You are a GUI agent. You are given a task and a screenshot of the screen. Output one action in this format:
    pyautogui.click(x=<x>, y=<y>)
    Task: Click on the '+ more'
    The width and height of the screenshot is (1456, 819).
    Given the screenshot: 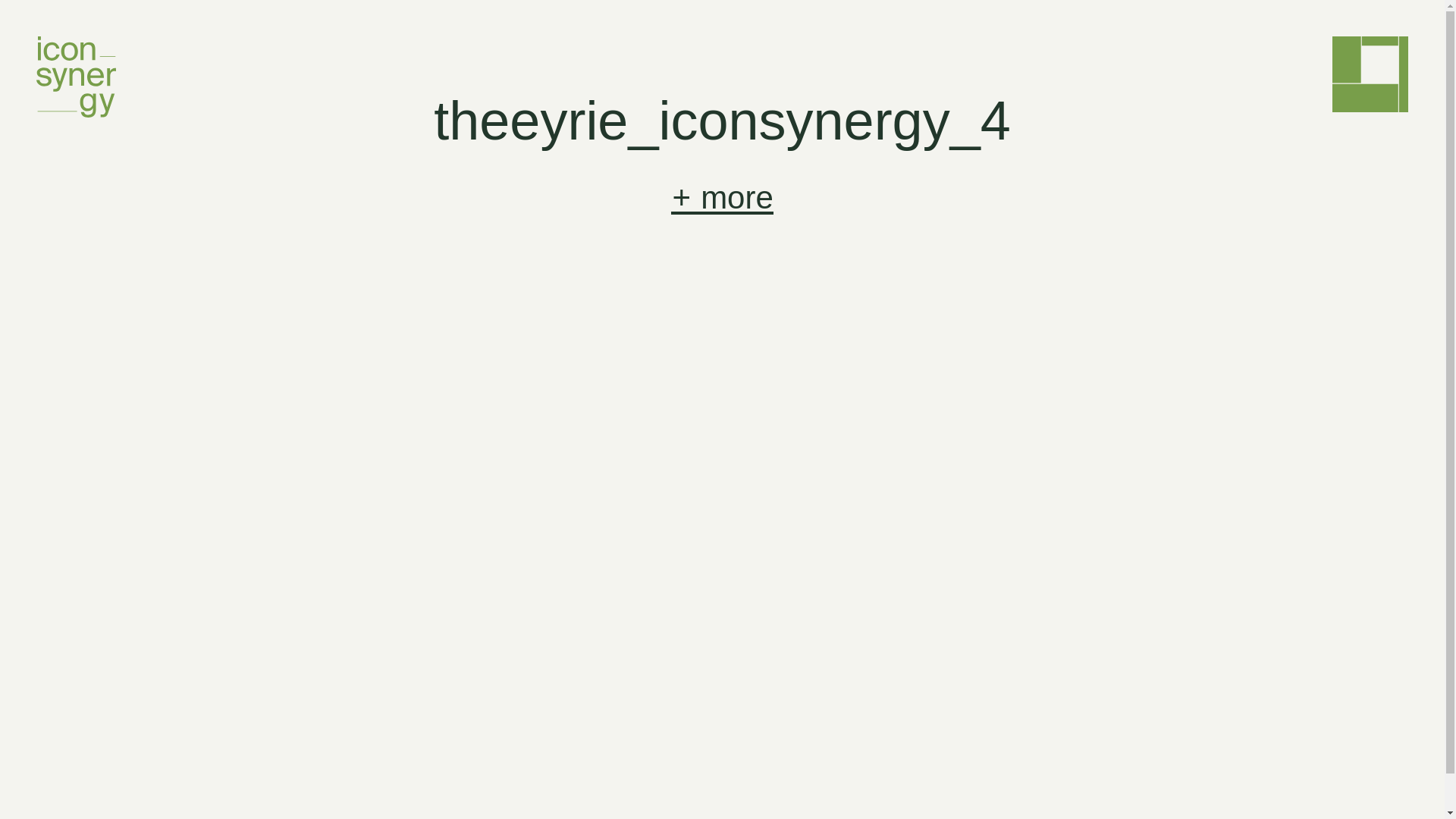 What is the action you would take?
    pyautogui.click(x=721, y=197)
    